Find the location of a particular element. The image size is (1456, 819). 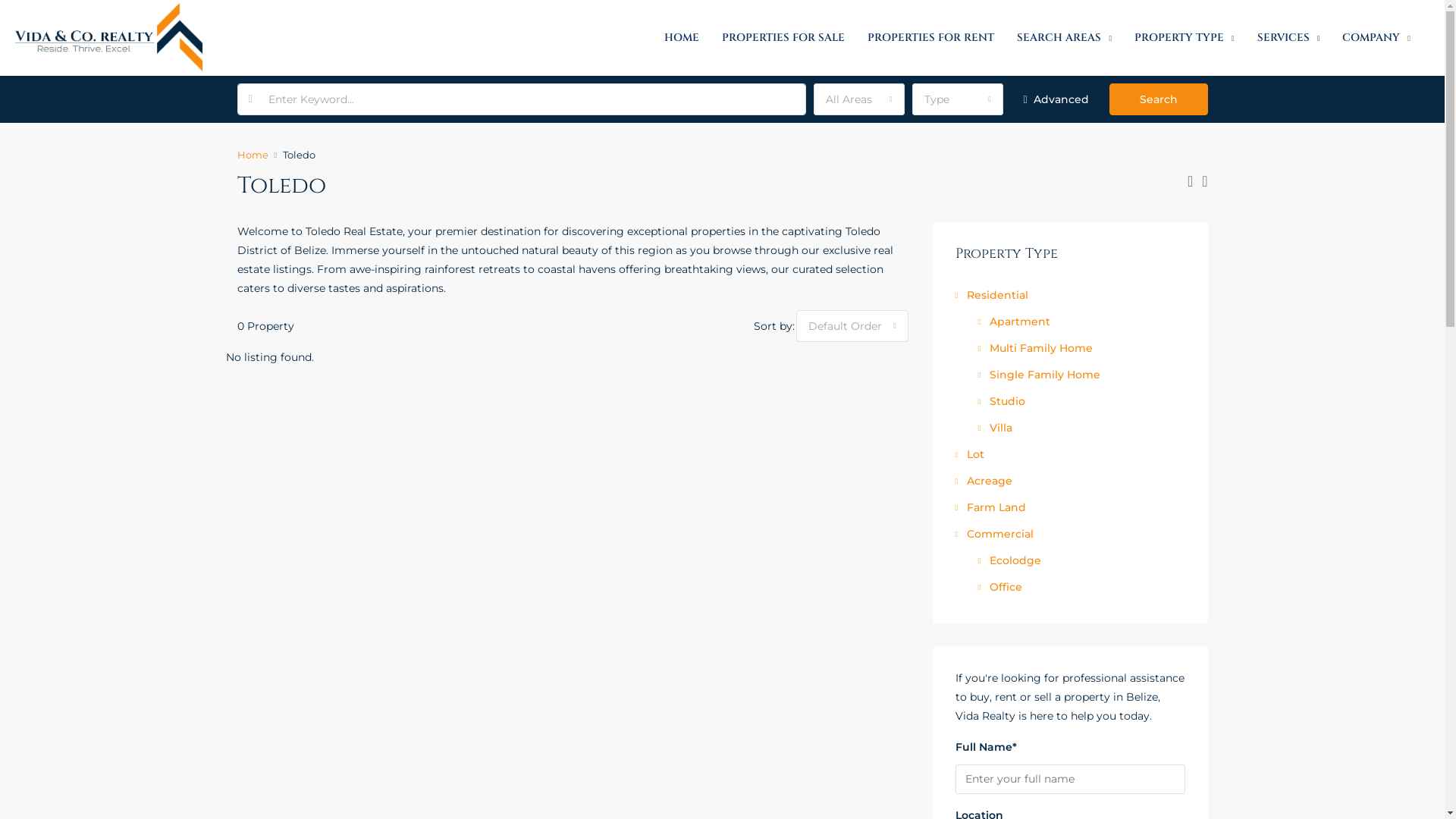

'HOME' is located at coordinates (680, 37).